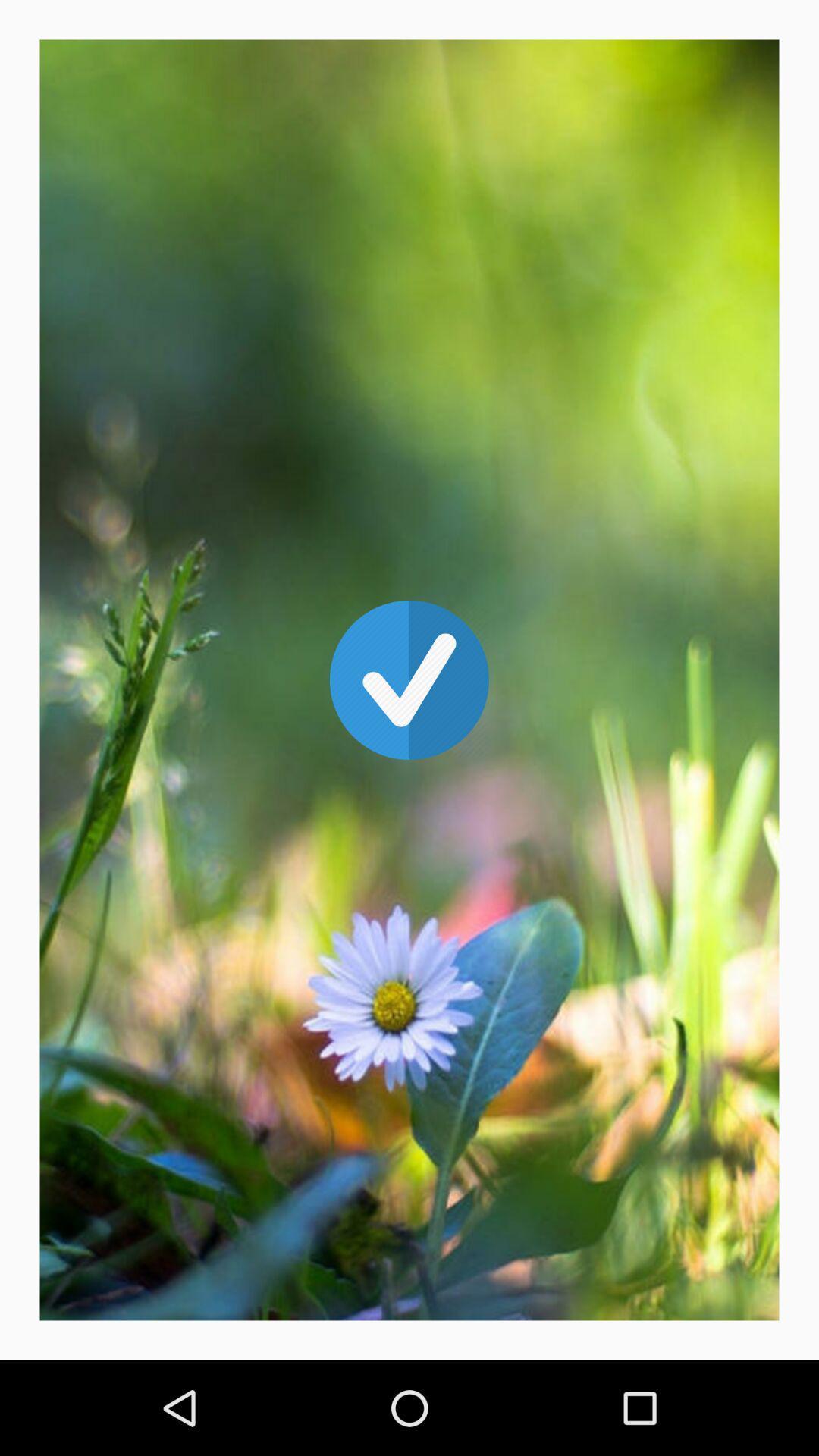 This screenshot has height=1456, width=819. Describe the element at coordinates (409, 679) in the screenshot. I see `ok button` at that location.